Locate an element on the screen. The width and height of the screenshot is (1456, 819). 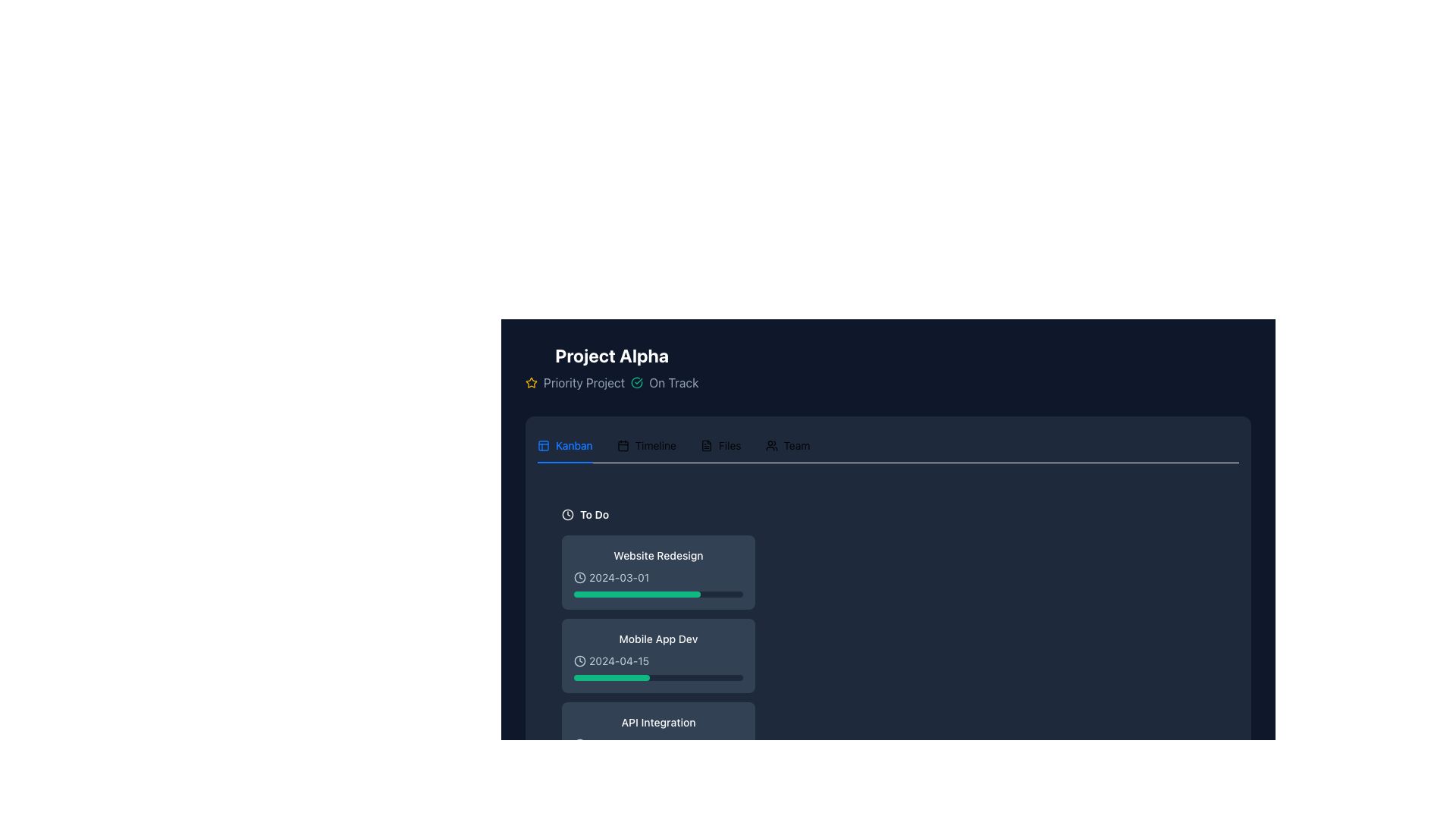
the 'Files' tab button in the navigation bar is located at coordinates (720, 444).